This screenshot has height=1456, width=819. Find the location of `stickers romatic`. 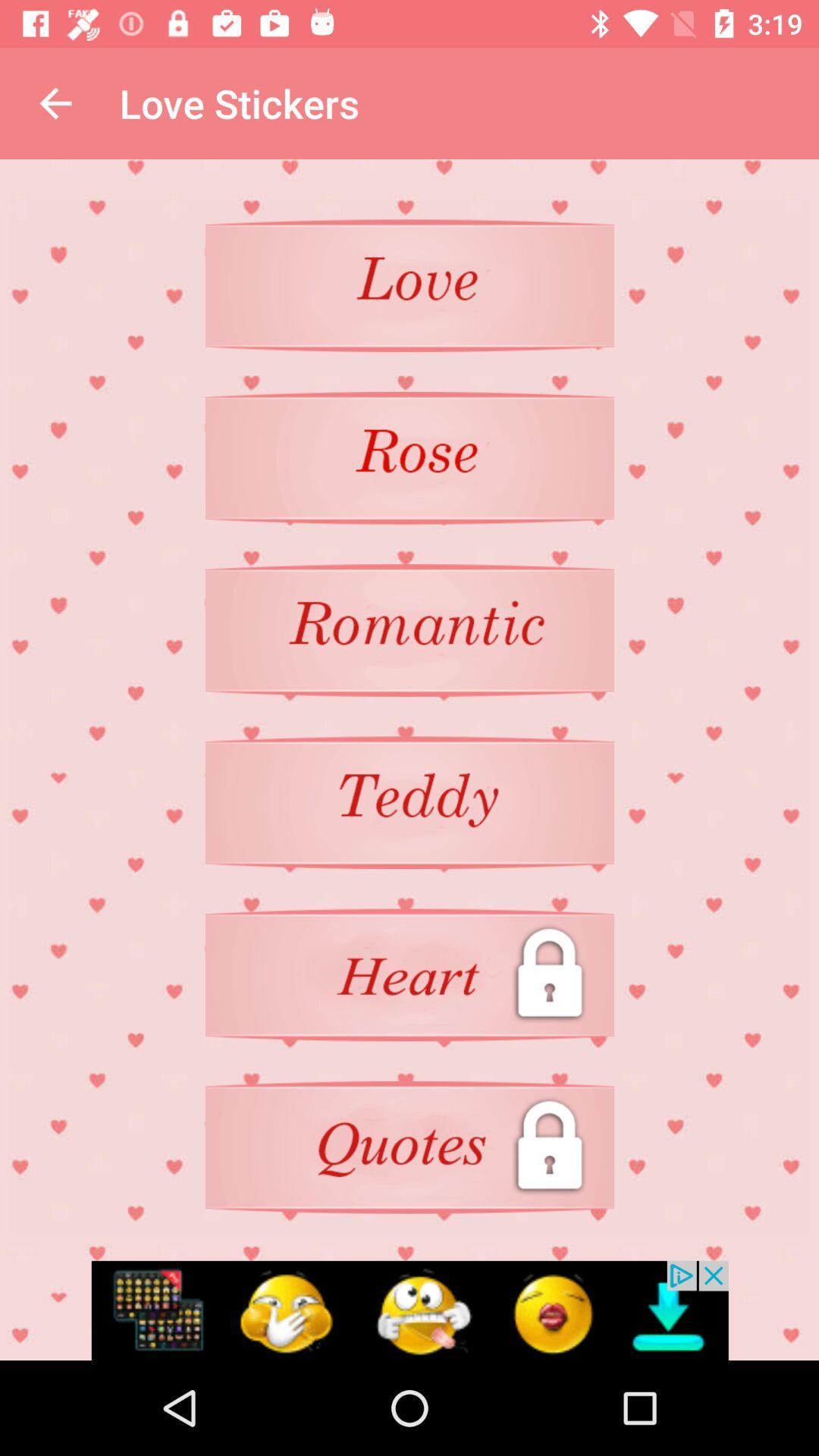

stickers romatic is located at coordinates (409, 630).